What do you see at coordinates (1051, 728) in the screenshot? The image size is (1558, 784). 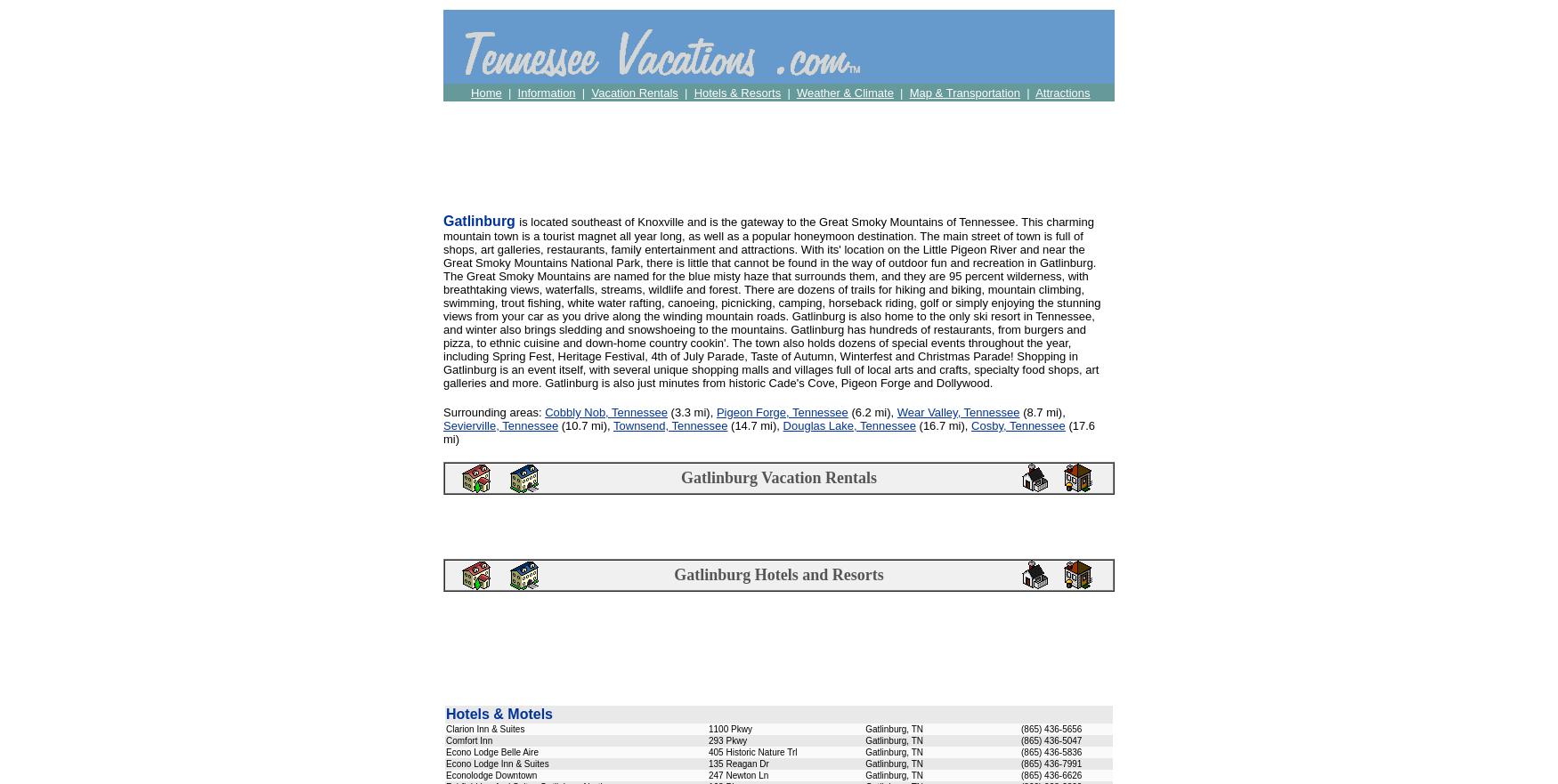 I see `'(865) 436-5656'` at bounding box center [1051, 728].